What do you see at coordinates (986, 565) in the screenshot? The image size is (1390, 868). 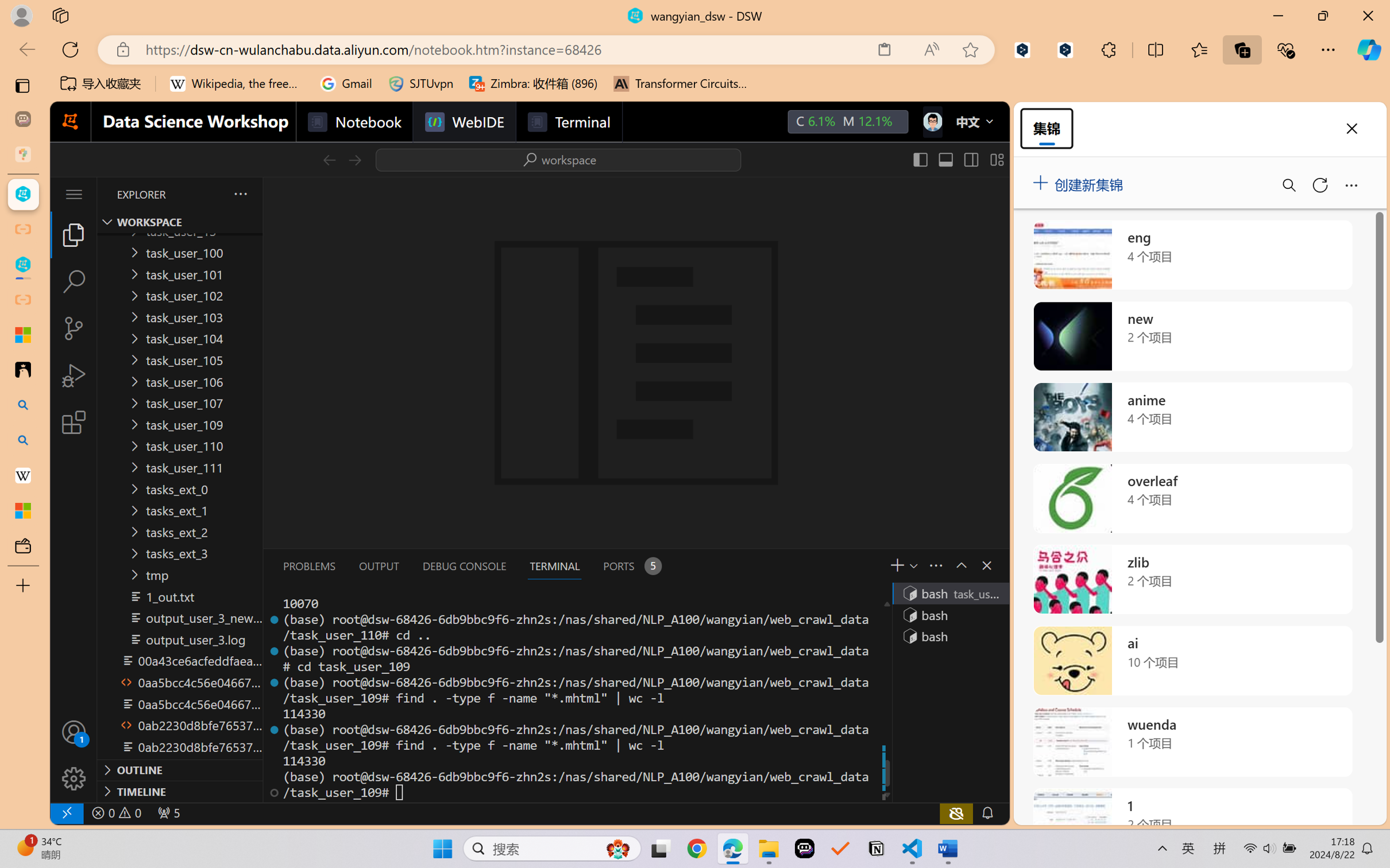 I see `'Close Panel'` at bounding box center [986, 565].